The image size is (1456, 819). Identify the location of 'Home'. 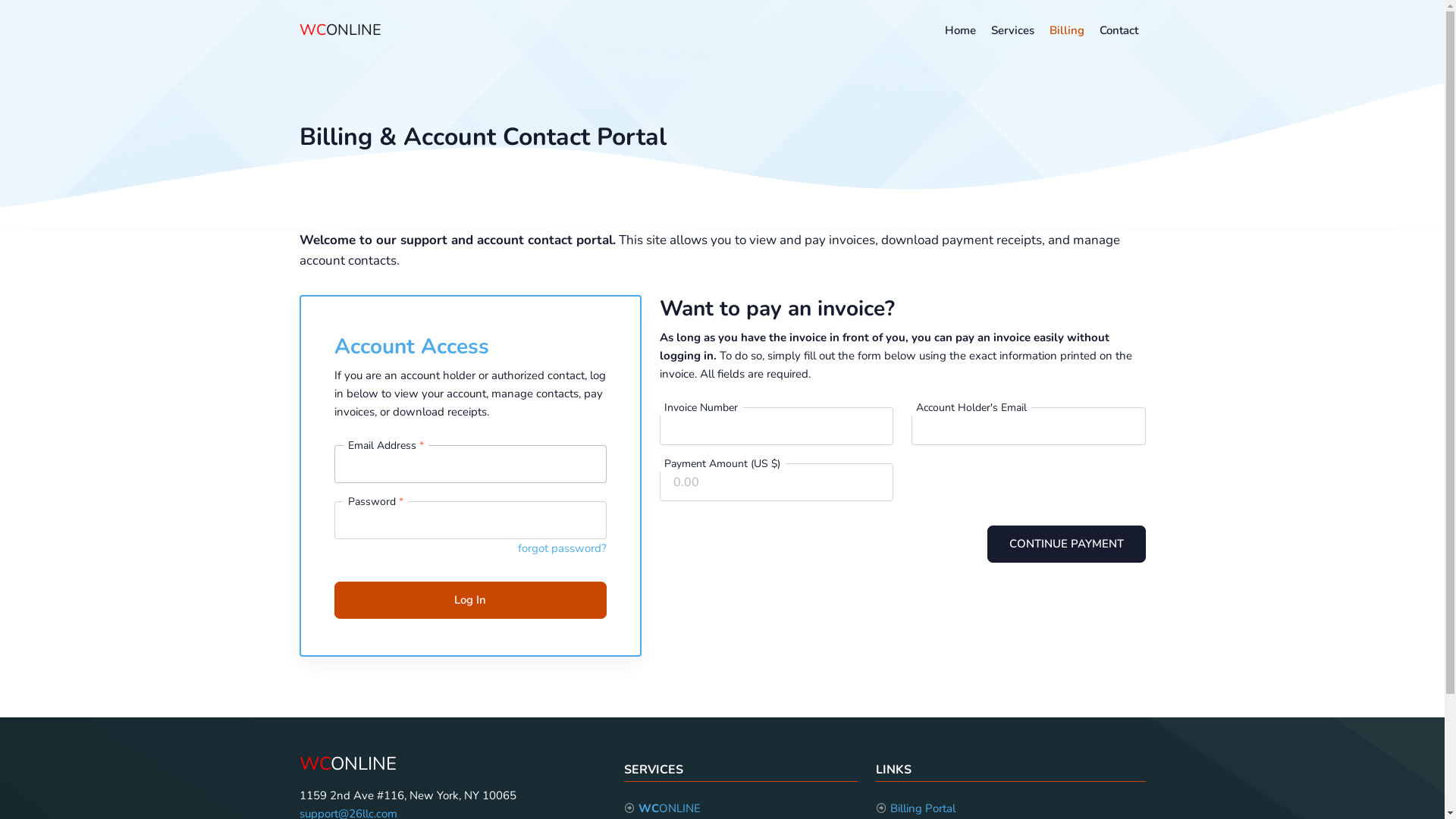
(959, 30).